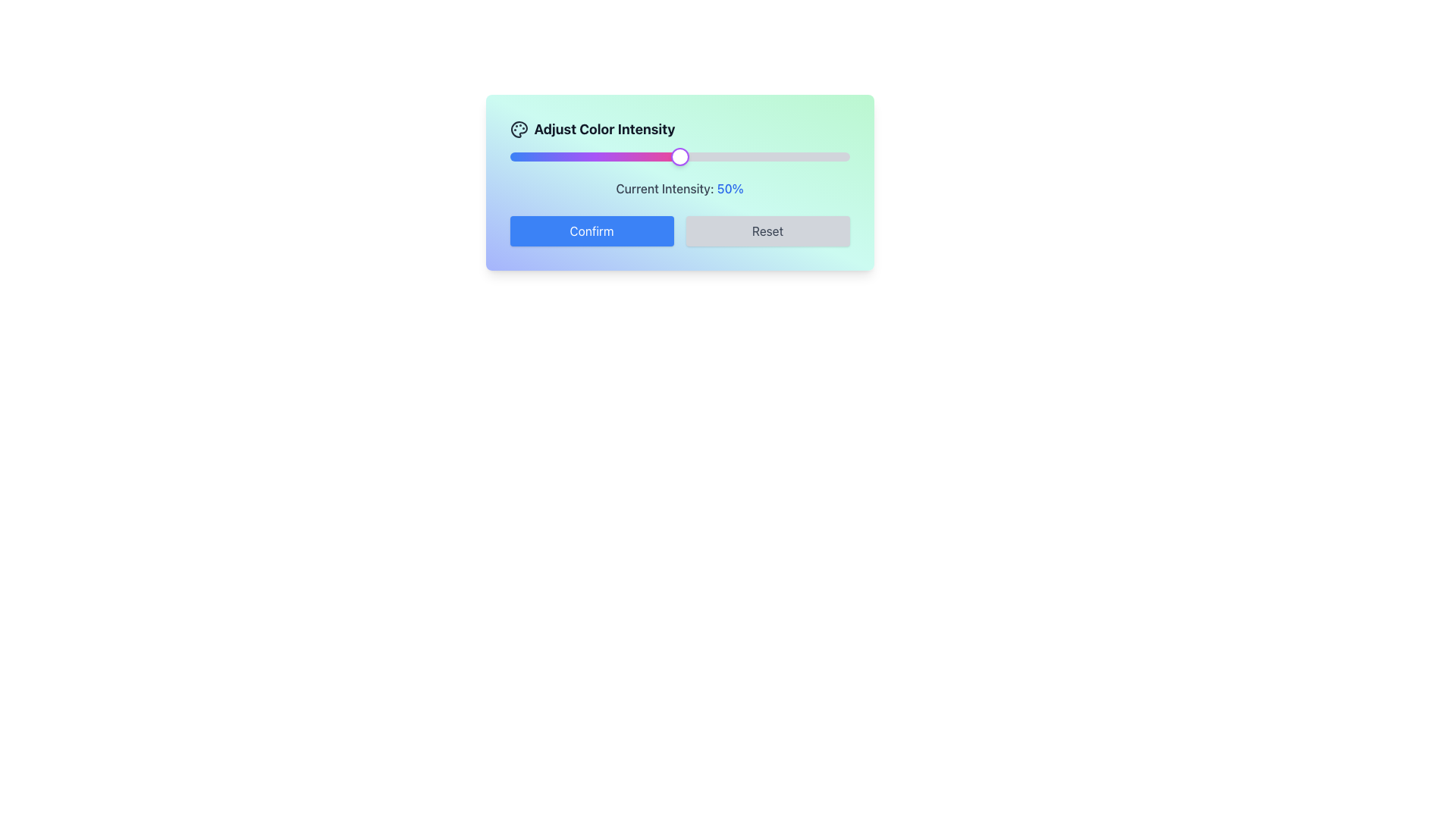  Describe the element at coordinates (519, 128) in the screenshot. I see `the painter's palette graphic/icon located on the left side of the modal header next to the text 'Adjust Color Intensity'` at that location.